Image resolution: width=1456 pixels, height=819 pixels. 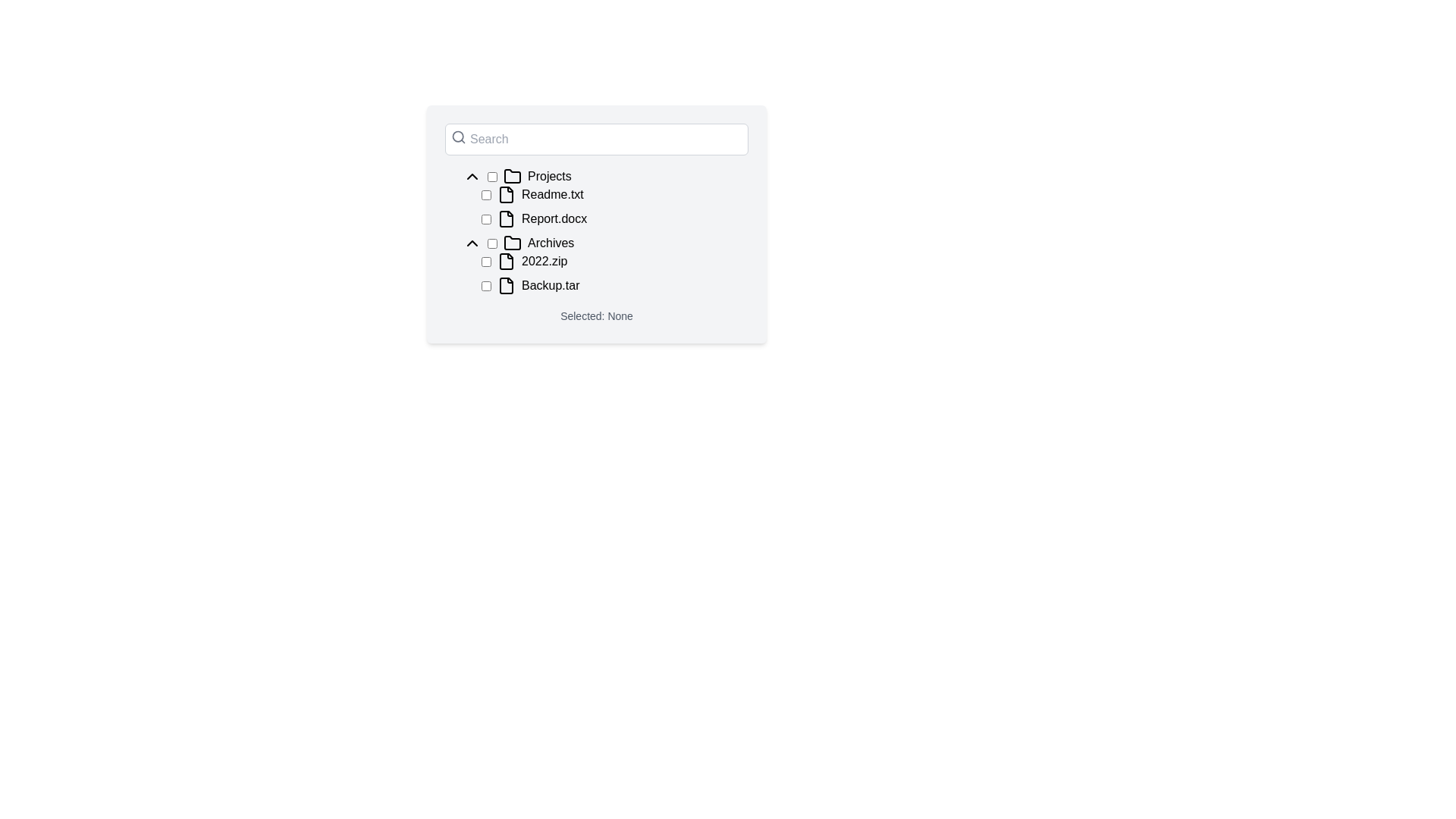 What do you see at coordinates (554, 219) in the screenshot?
I see `the text label displaying the filename 'Report.docx'` at bounding box center [554, 219].